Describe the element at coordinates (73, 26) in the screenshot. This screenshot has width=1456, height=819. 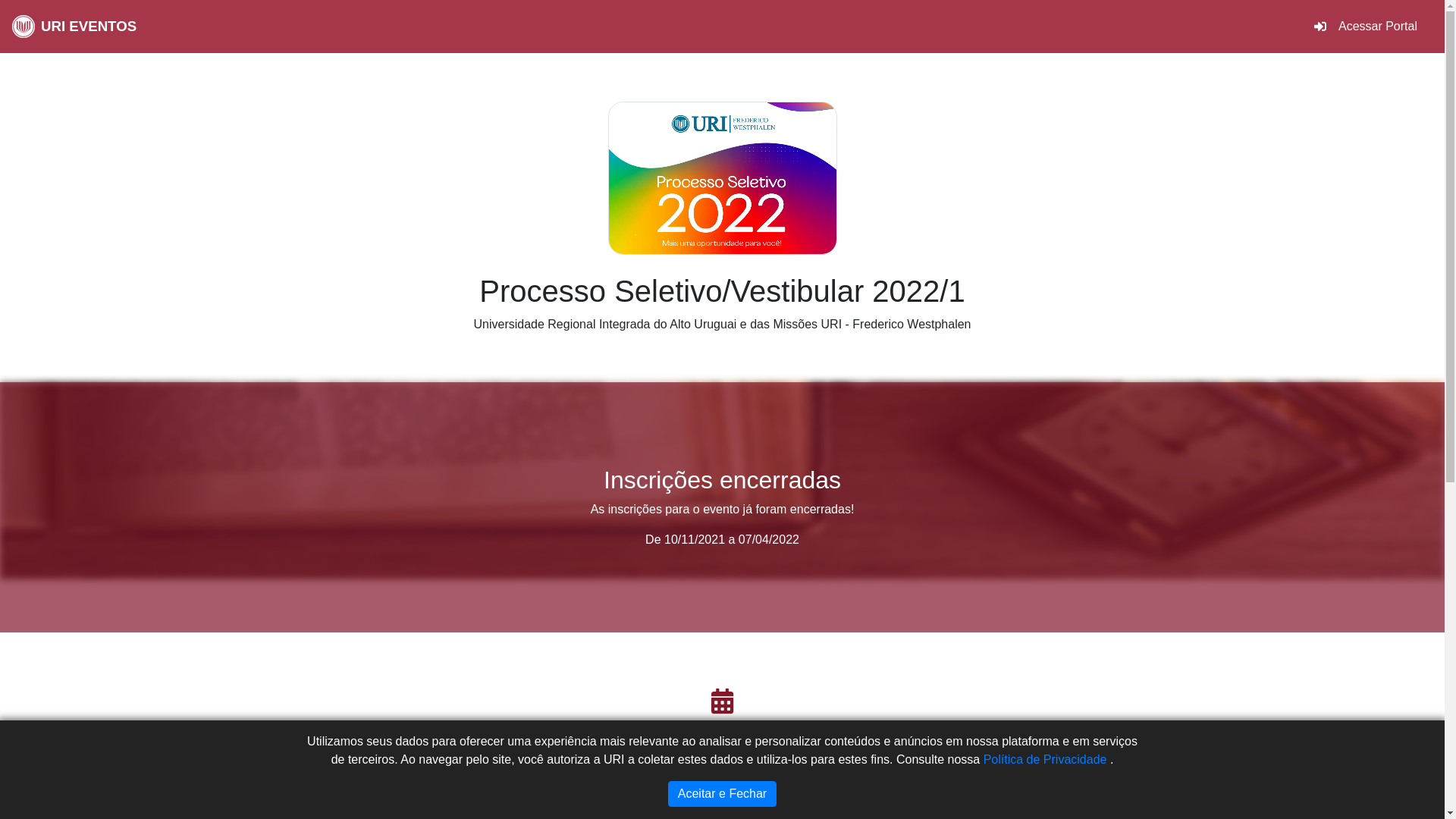
I see `'URI EVENTOS'` at that location.